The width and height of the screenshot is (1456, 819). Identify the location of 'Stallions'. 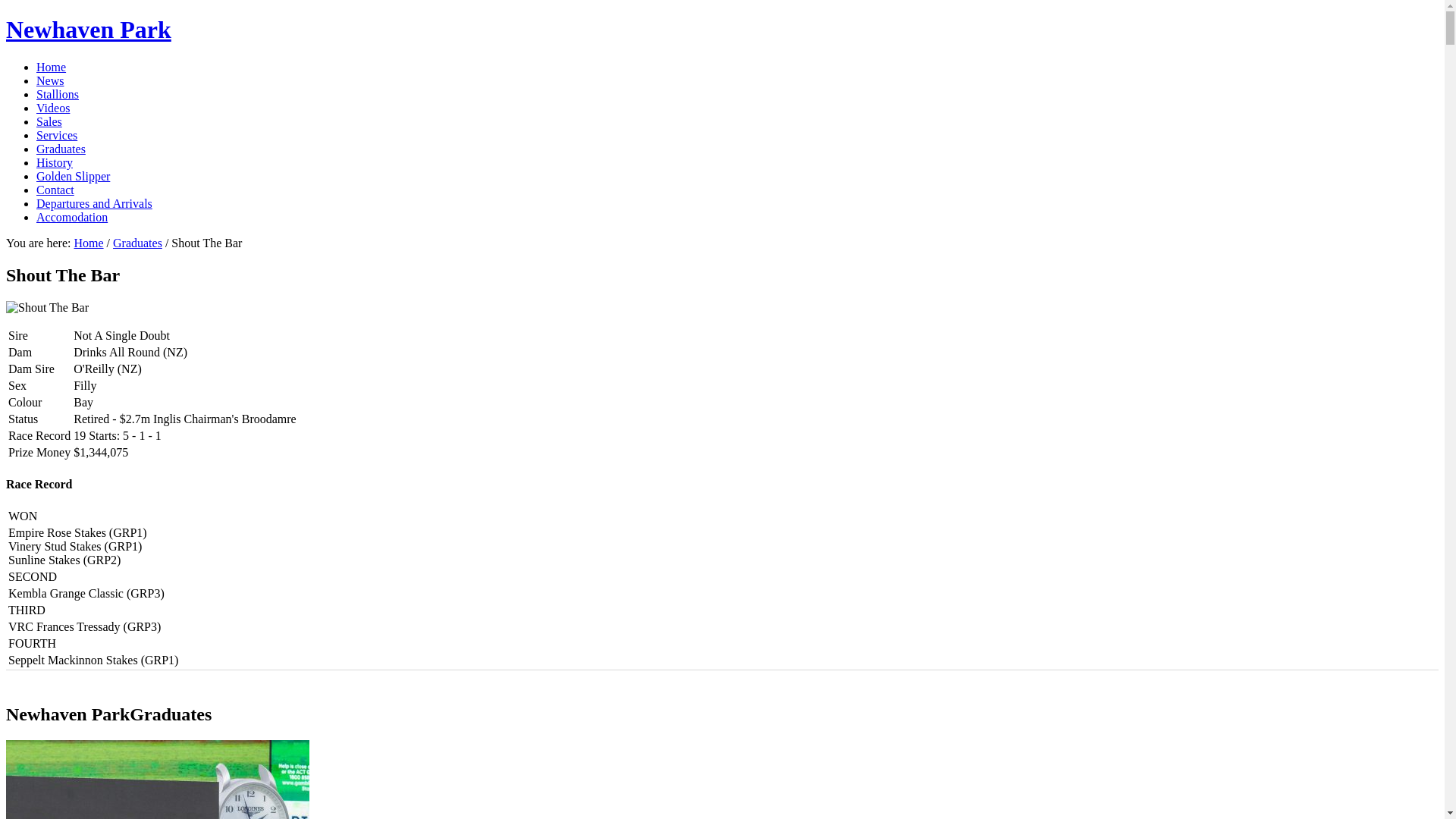
(58, 94).